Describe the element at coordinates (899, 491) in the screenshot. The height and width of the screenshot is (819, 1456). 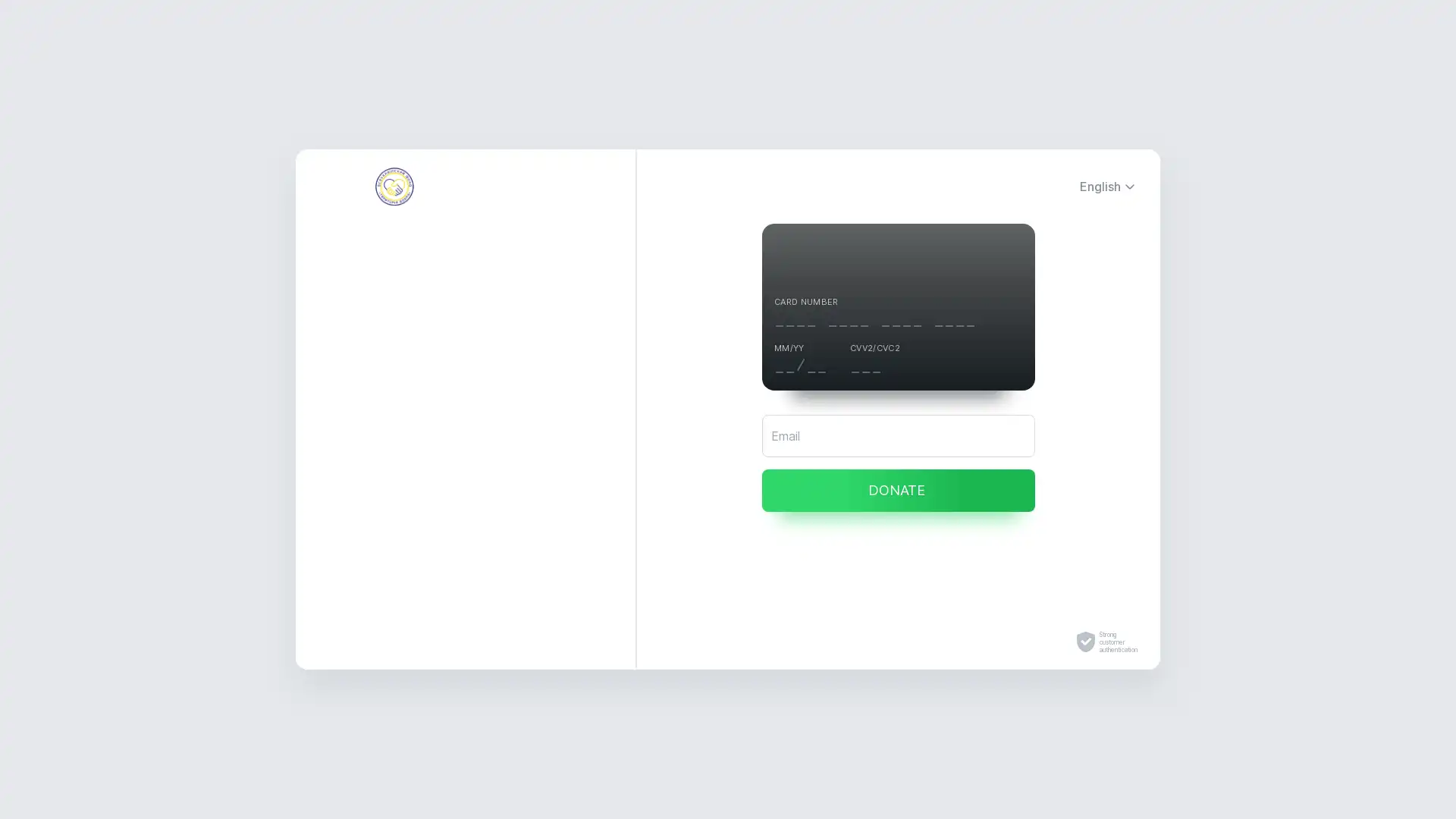
I see `DONATE` at that location.